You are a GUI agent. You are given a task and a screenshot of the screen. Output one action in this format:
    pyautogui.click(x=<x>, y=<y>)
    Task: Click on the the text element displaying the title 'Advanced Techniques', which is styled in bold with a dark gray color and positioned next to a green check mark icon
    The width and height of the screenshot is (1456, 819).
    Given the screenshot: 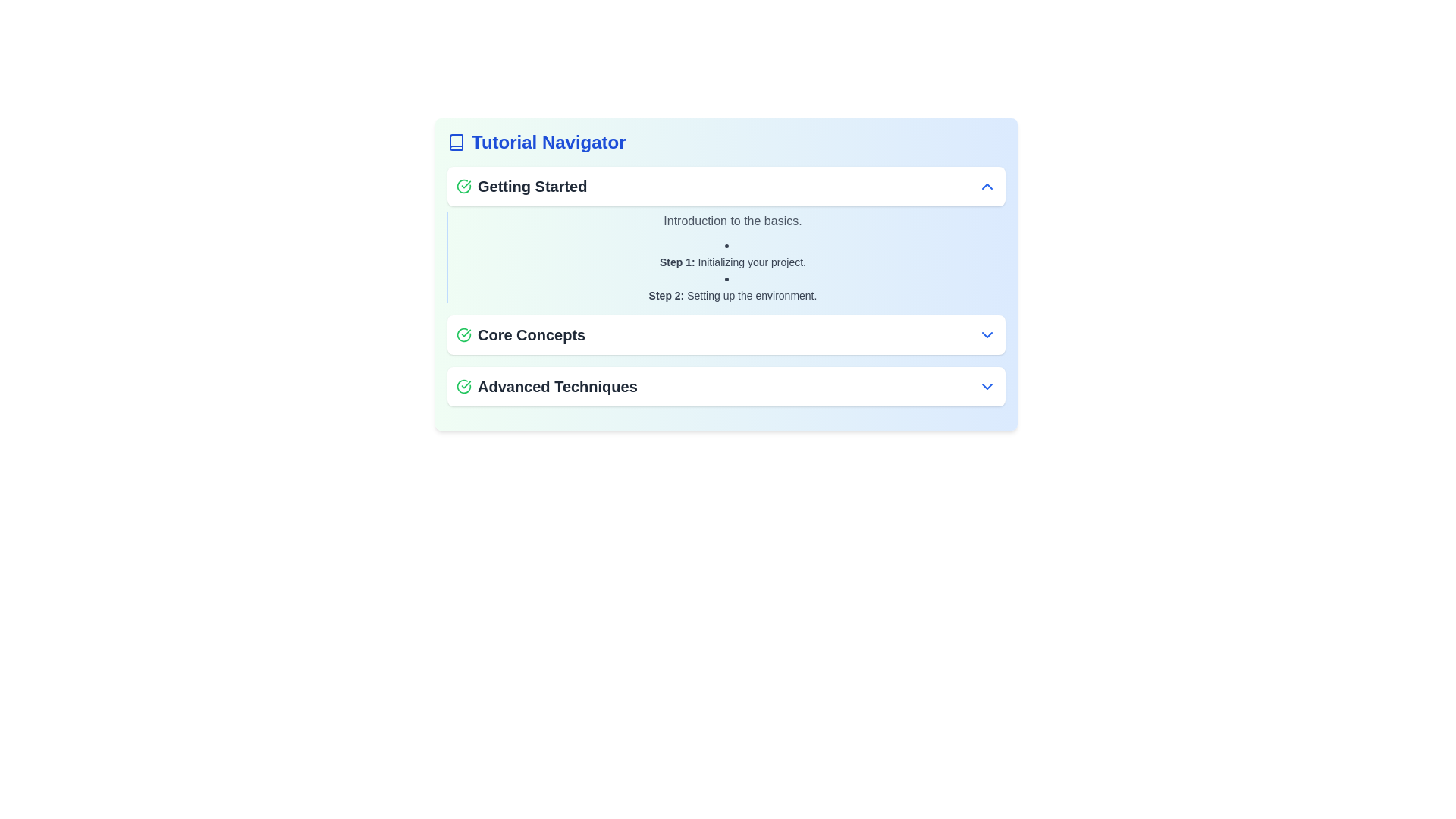 What is the action you would take?
    pyautogui.click(x=546, y=385)
    